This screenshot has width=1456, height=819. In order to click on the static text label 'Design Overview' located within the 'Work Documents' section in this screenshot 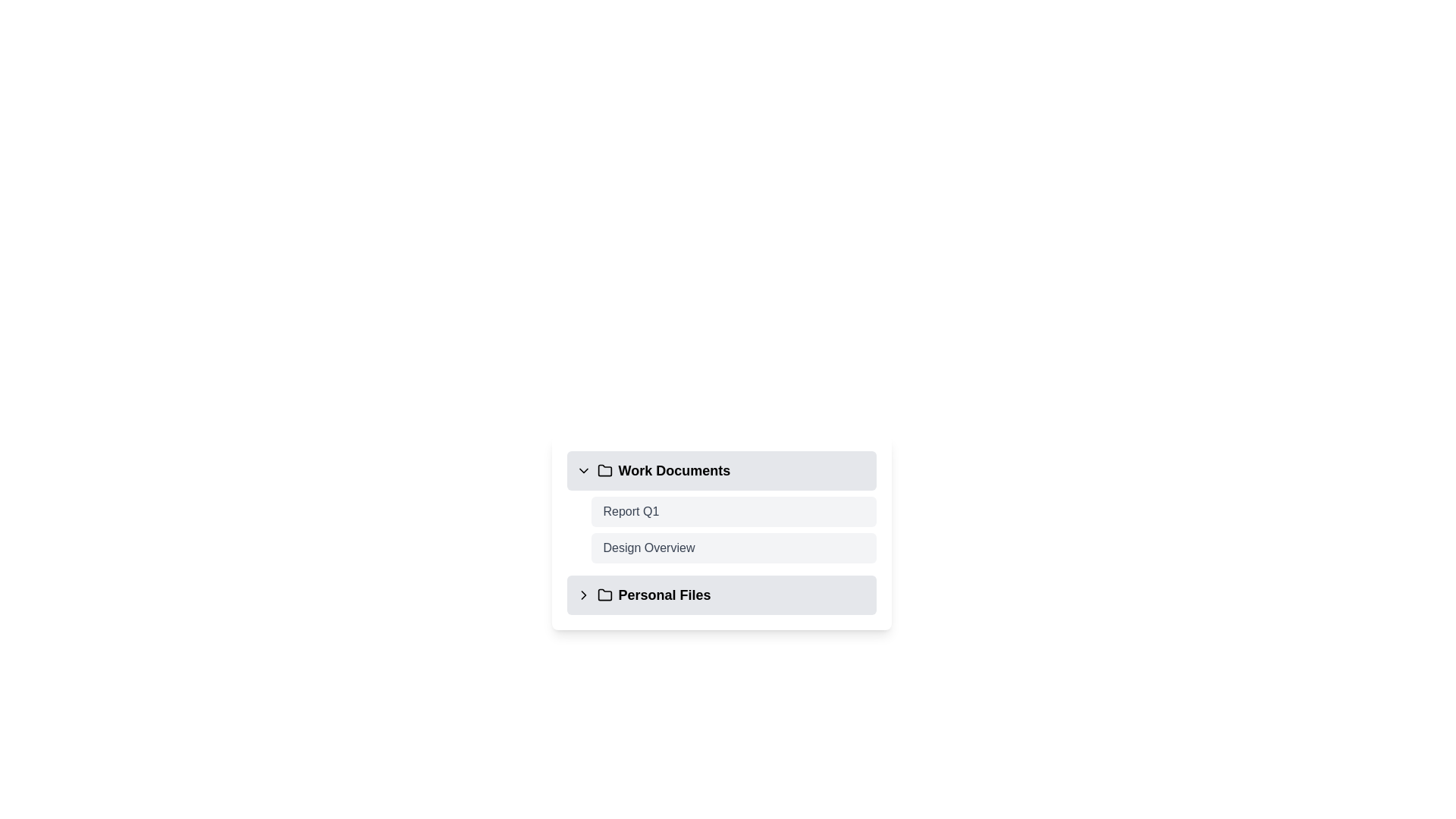, I will do `click(648, 548)`.